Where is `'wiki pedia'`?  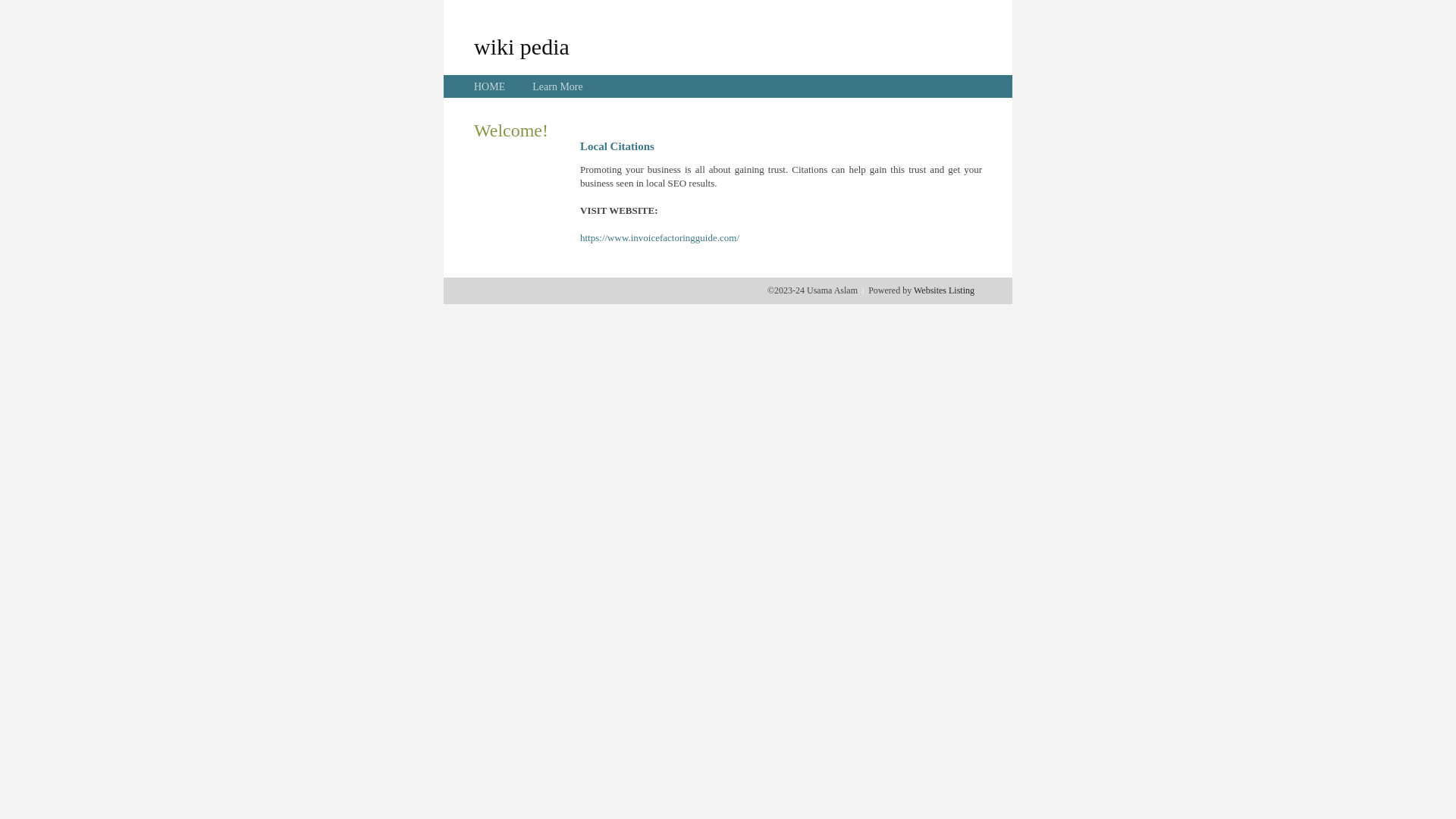
'wiki pedia' is located at coordinates (521, 45).